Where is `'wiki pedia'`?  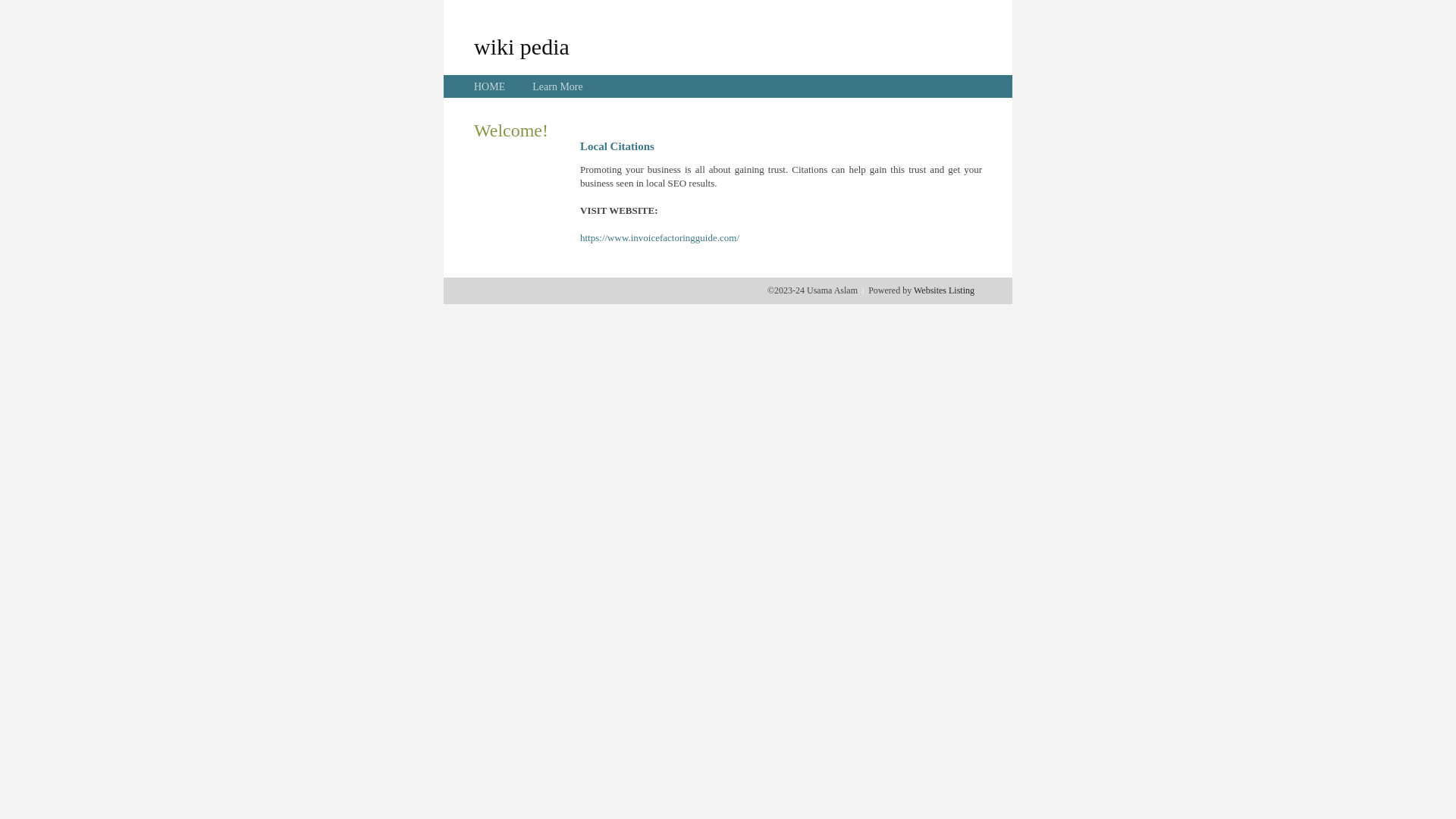
'wiki pedia' is located at coordinates (521, 45).